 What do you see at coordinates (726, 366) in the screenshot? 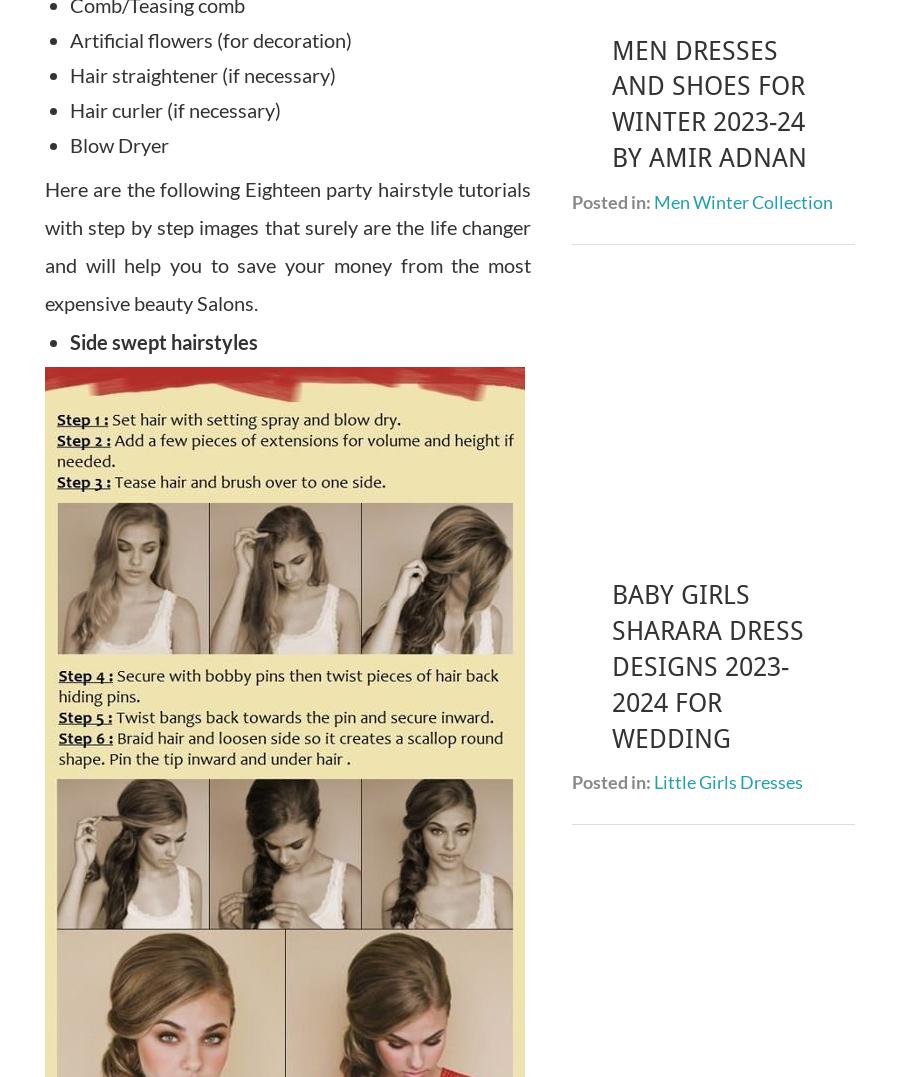
I see `'Little Girls Dresses'` at bounding box center [726, 366].